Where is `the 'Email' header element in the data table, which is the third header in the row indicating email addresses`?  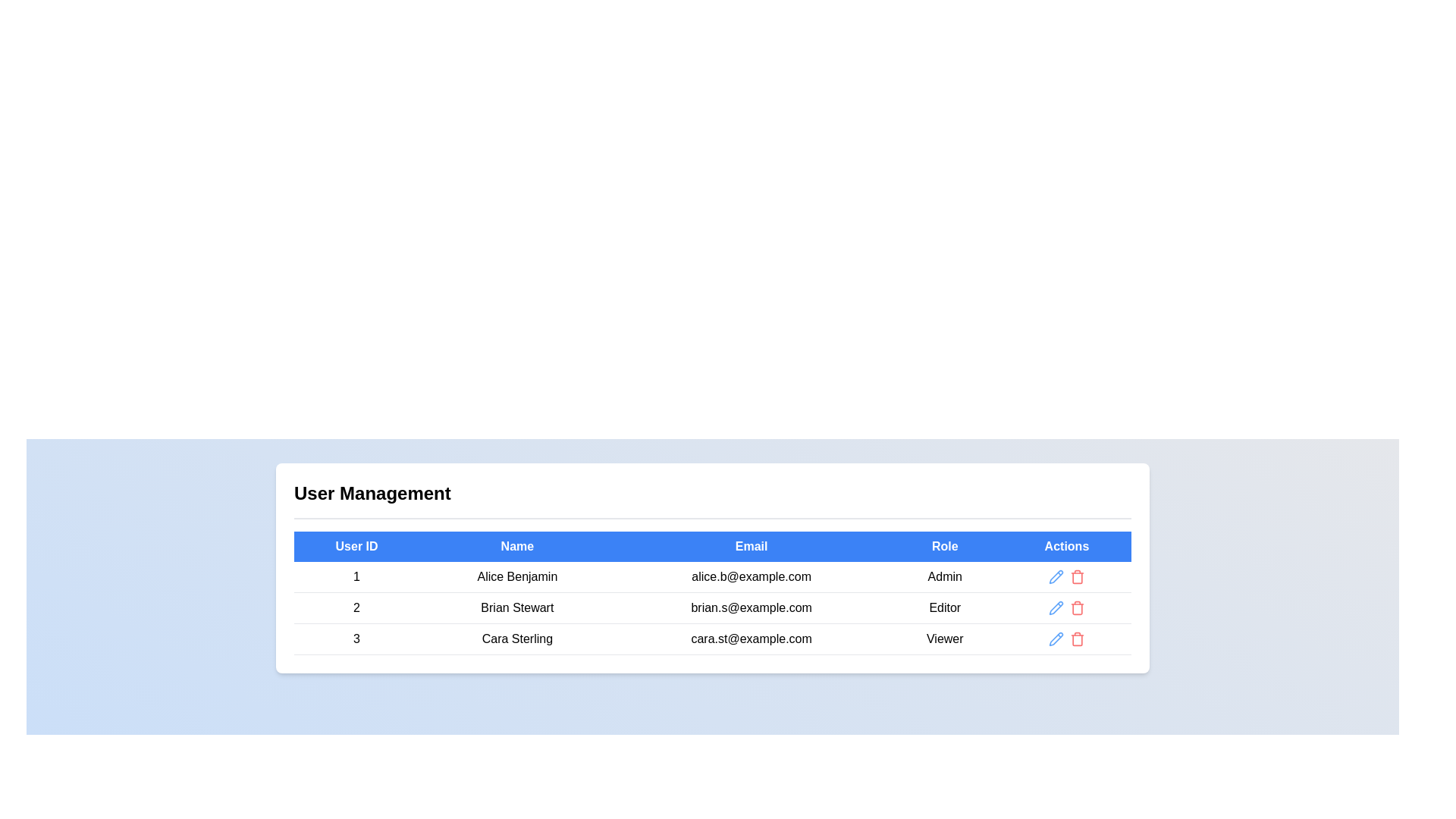 the 'Email' header element in the data table, which is the third header in the row indicating email addresses is located at coordinates (752, 547).